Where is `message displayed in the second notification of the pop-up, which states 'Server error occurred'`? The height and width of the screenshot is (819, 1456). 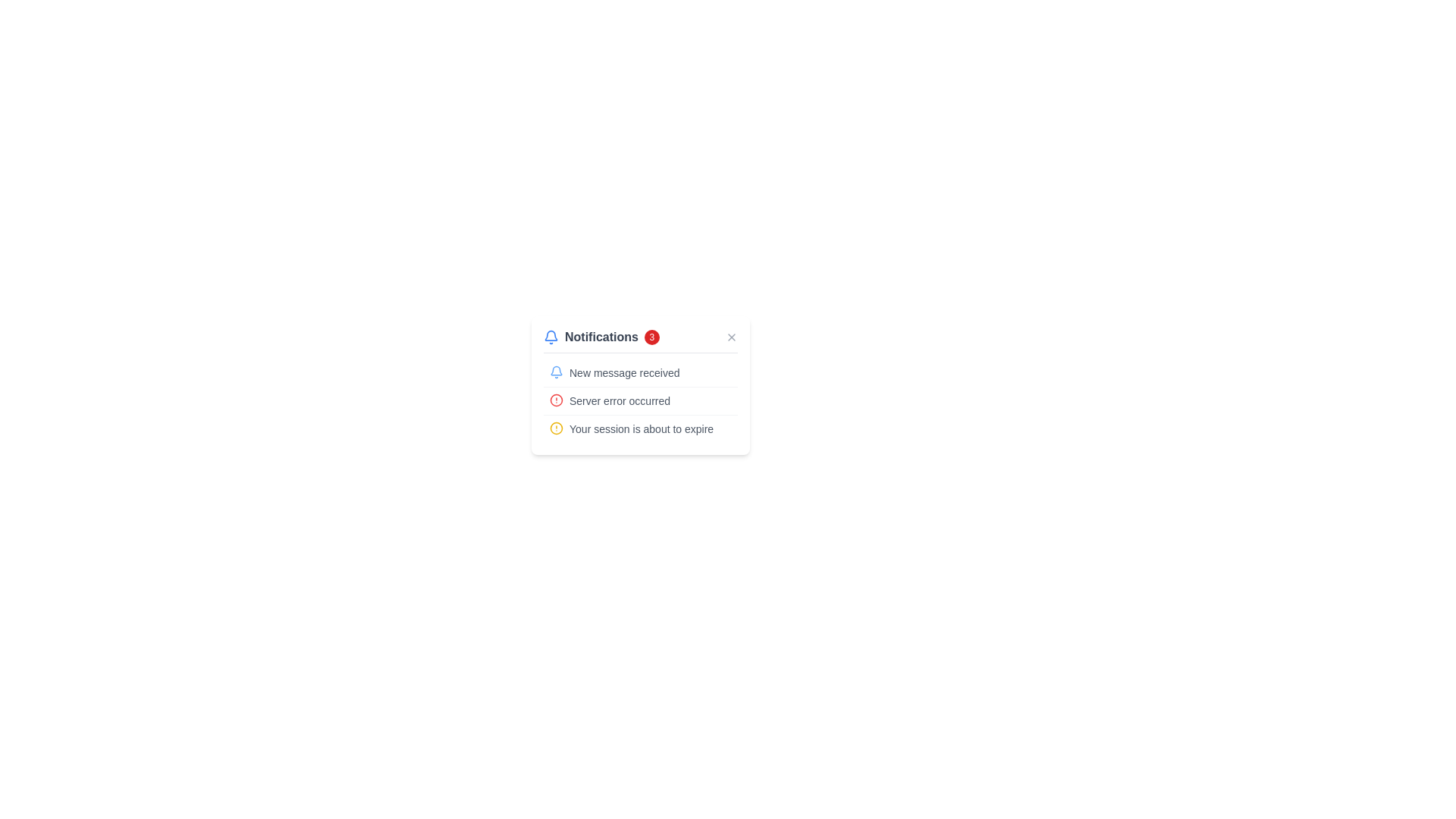
message displayed in the second notification of the pop-up, which states 'Server error occurred' is located at coordinates (620, 400).